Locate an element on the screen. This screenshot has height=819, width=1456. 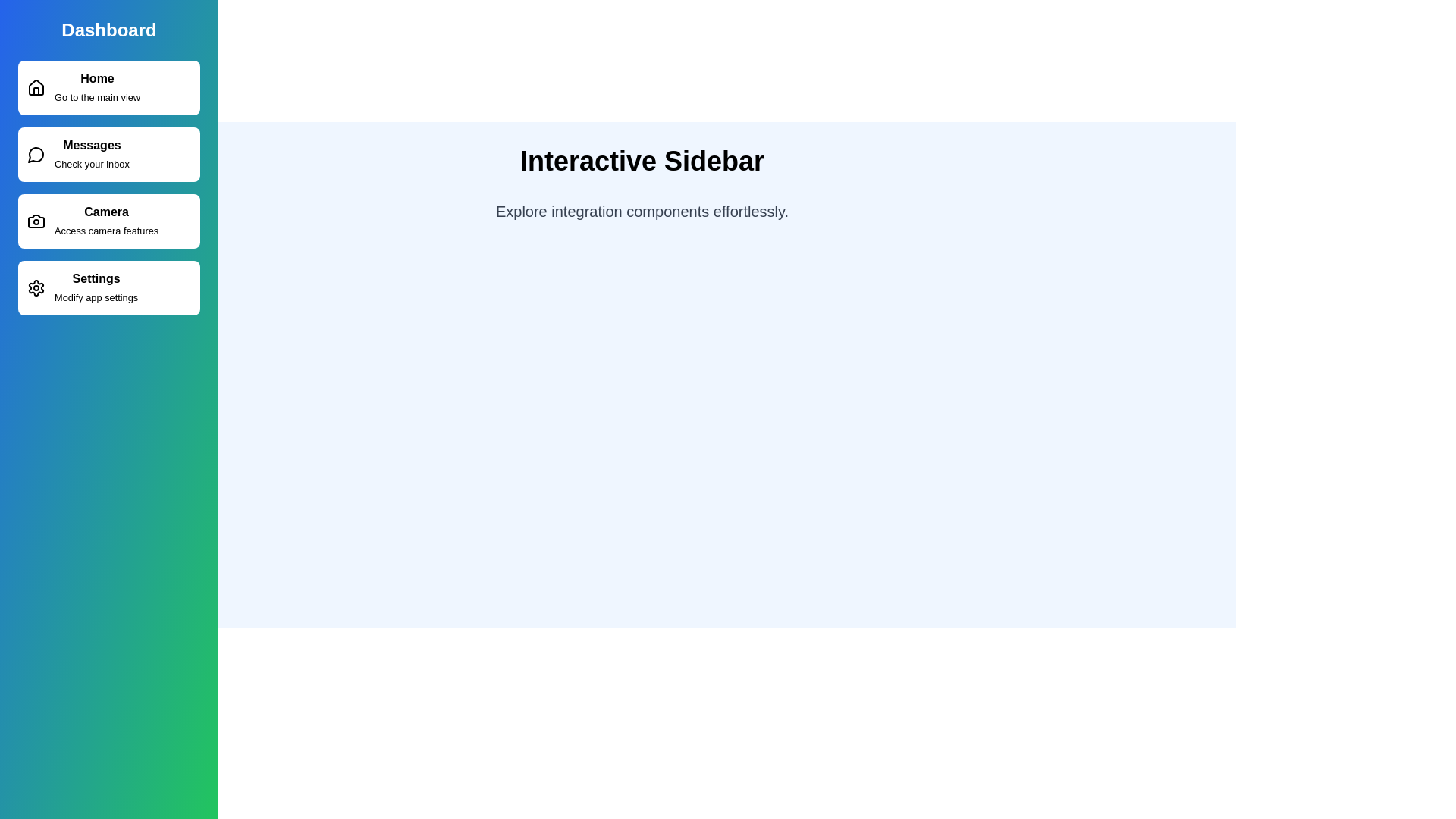
the sidebar item corresponding to Messages is located at coordinates (108, 155).